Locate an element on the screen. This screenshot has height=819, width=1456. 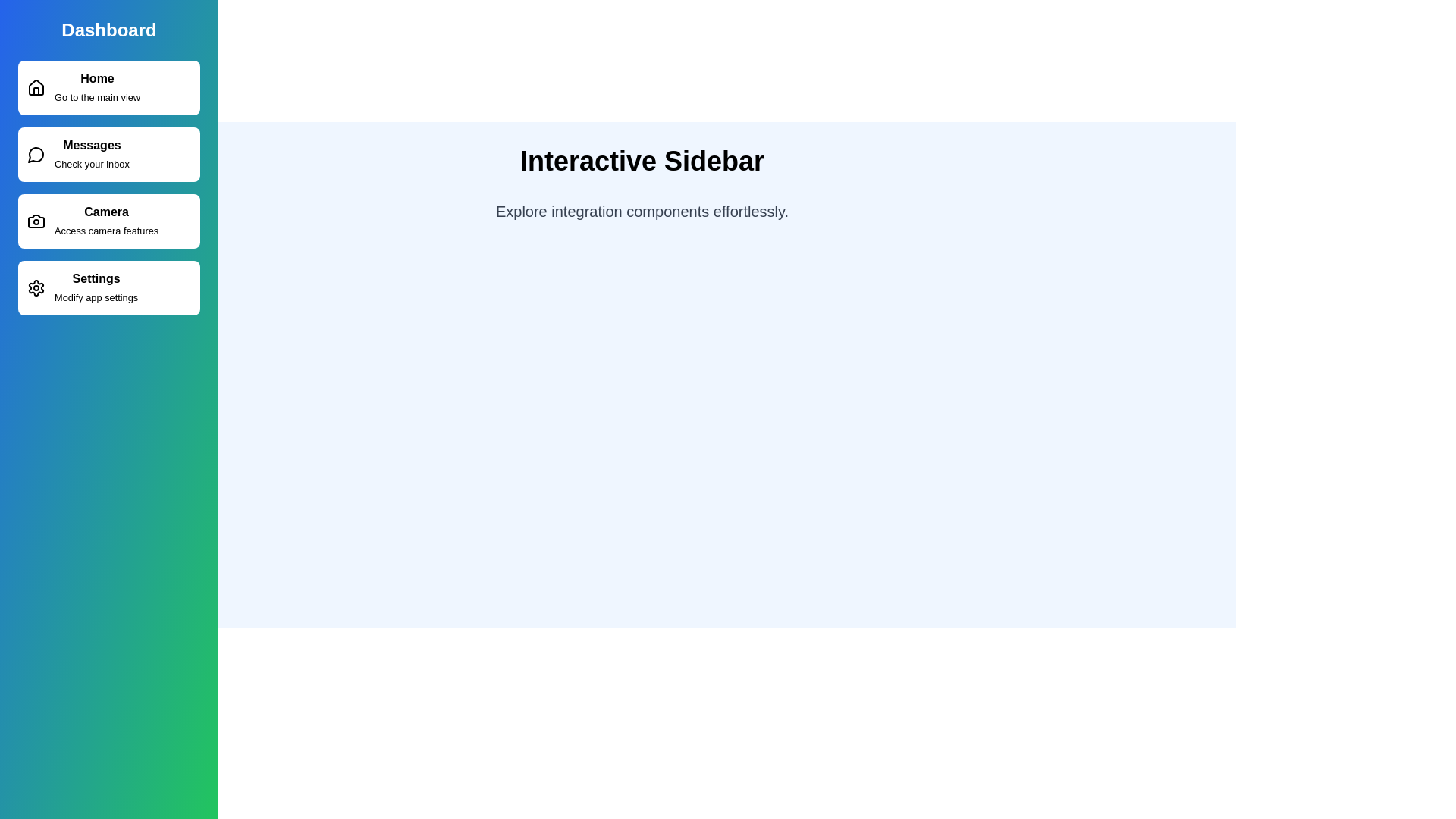
the sidebar item corresponding to Messages is located at coordinates (108, 155).